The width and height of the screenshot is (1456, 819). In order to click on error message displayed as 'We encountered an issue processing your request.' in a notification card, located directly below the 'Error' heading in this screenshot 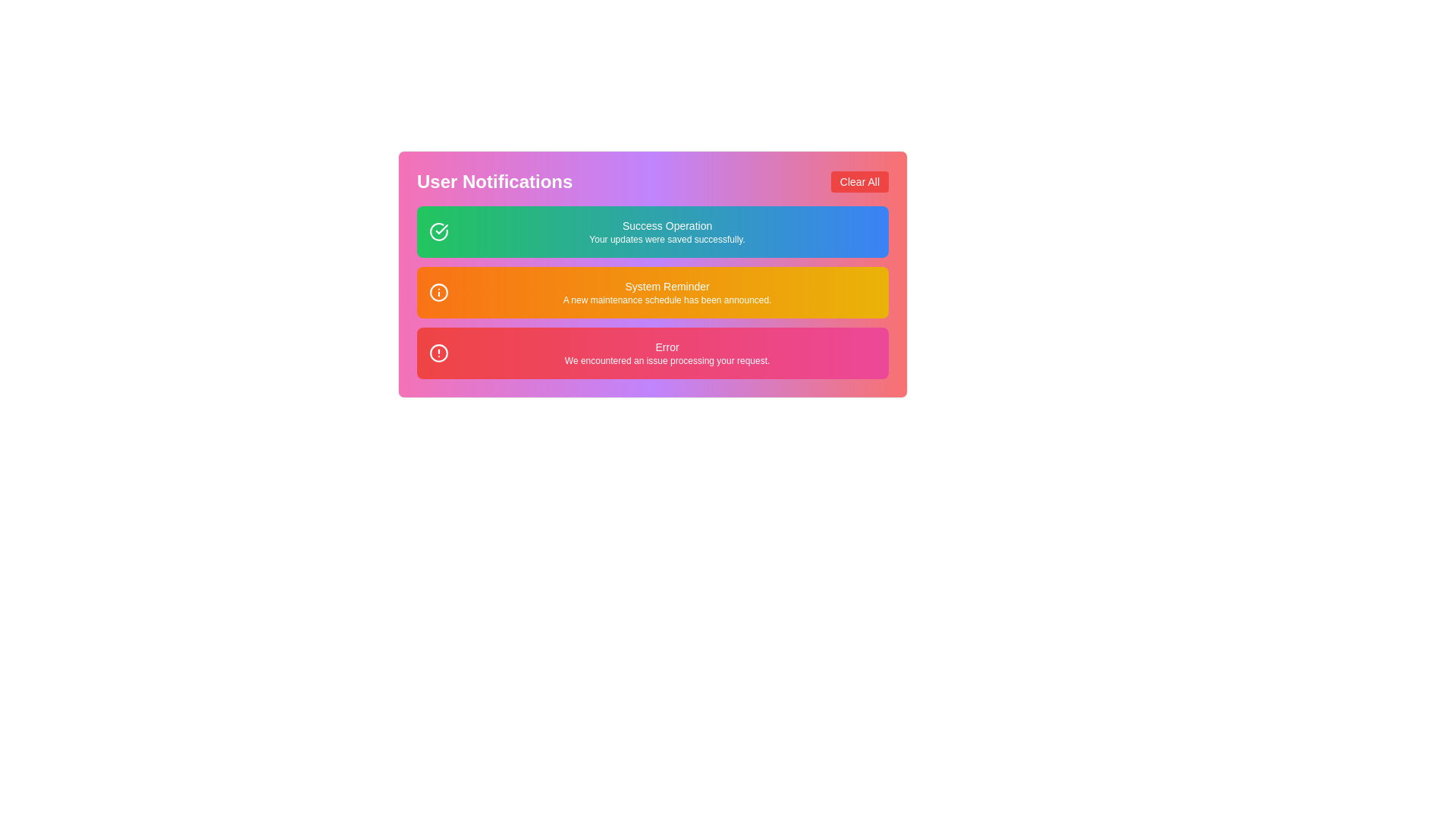, I will do `click(667, 360)`.